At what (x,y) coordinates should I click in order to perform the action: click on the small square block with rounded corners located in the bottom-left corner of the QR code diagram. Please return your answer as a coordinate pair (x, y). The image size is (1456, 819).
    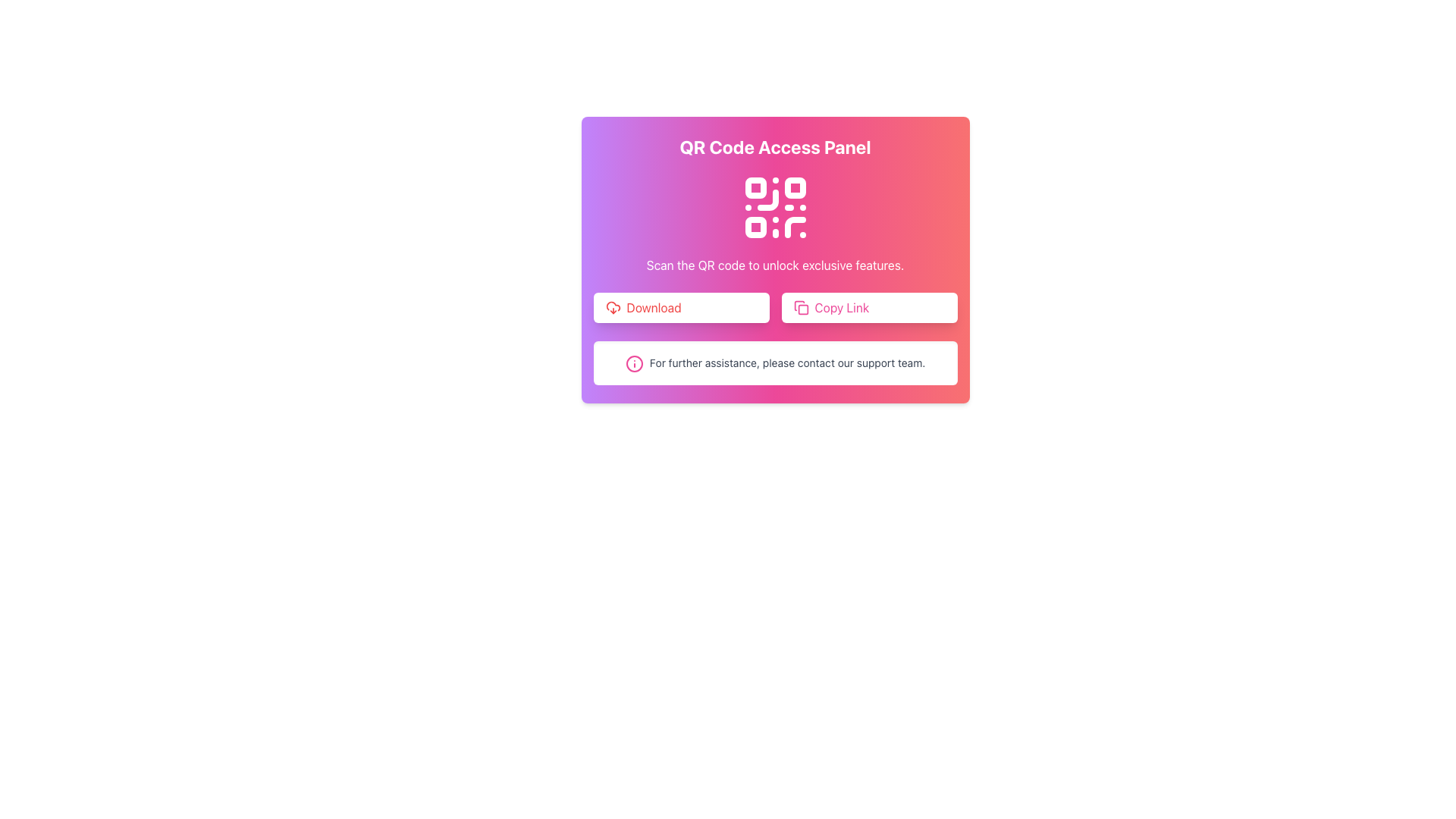
    Looking at the image, I should click on (755, 227).